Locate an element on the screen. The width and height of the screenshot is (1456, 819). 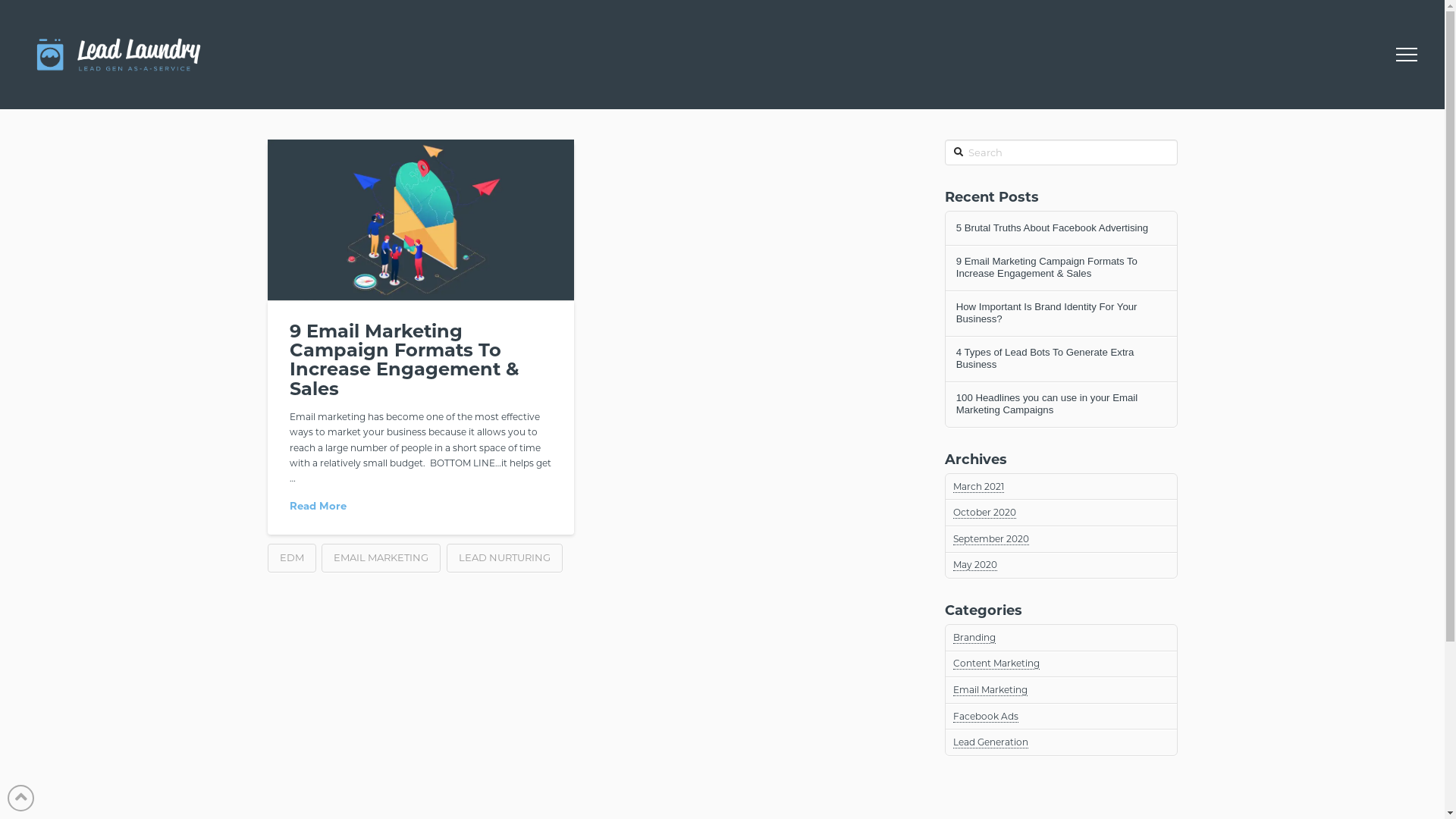
'100 Headlines you can use in your Email Marketing Campaigns' is located at coordinates (1060, 403).